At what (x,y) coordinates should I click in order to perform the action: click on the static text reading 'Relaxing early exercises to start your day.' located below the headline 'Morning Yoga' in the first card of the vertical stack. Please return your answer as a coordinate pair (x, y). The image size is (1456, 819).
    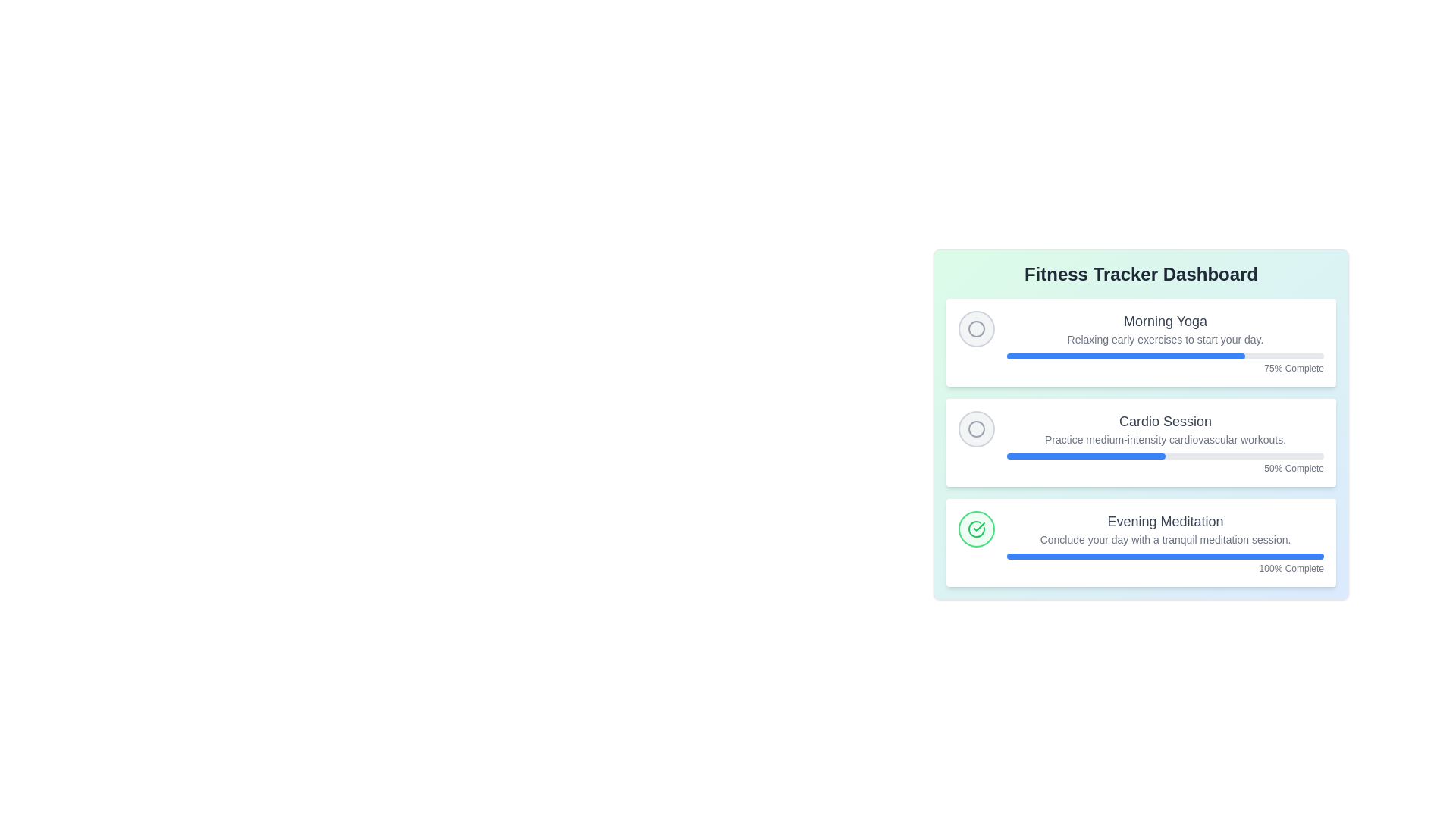
    Looking at the image, I should click on (1164, 338).